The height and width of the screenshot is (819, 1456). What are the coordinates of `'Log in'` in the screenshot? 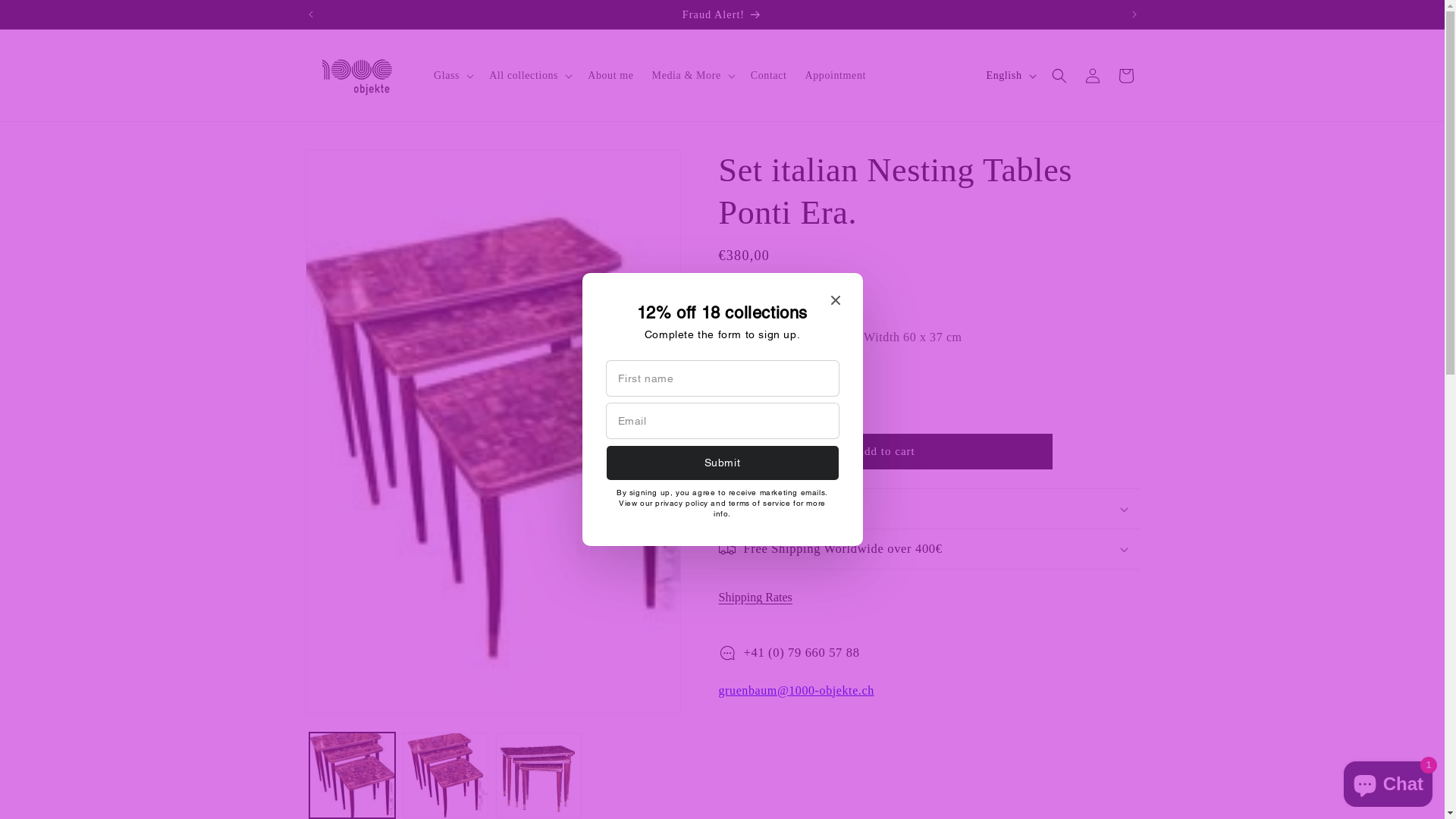 It's located at (1074, 76).